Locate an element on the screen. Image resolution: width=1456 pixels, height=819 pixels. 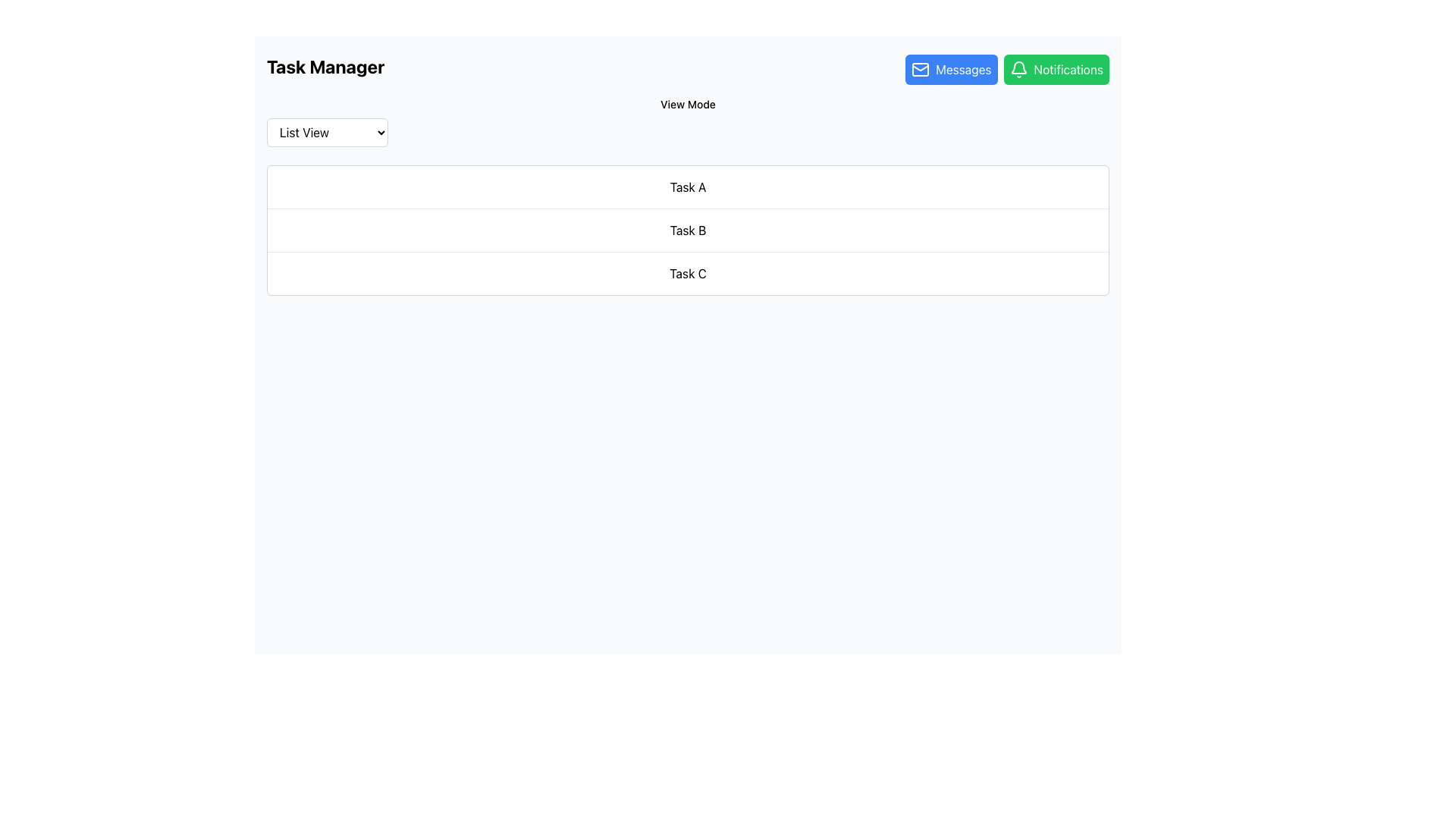
the descriptive text label indicating the dropdown menu for selecting a view mode, which is positioned at the top center of the interface is located at coordinates (687, 104).